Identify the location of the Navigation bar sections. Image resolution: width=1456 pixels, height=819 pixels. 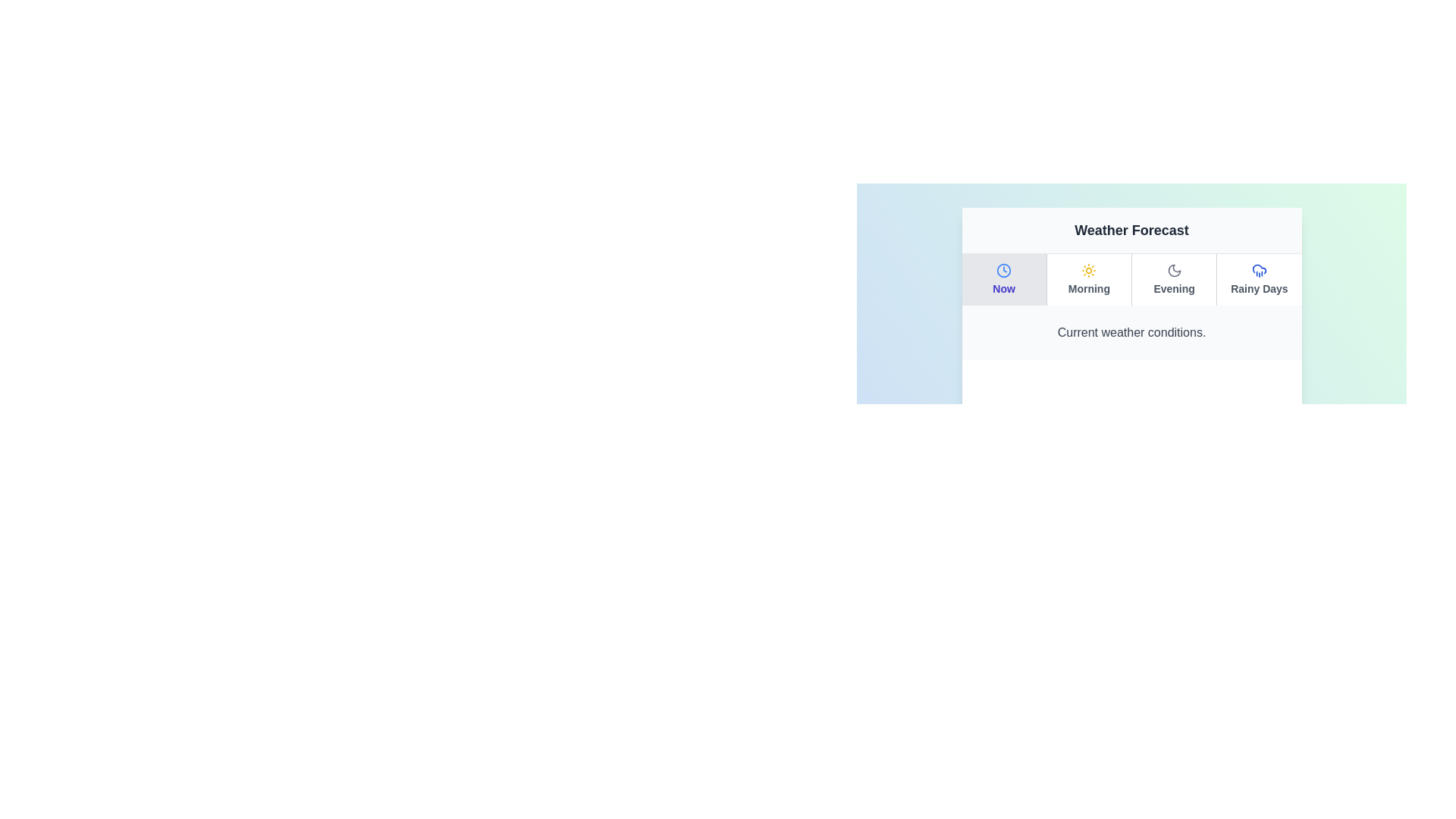
(1131, 280).